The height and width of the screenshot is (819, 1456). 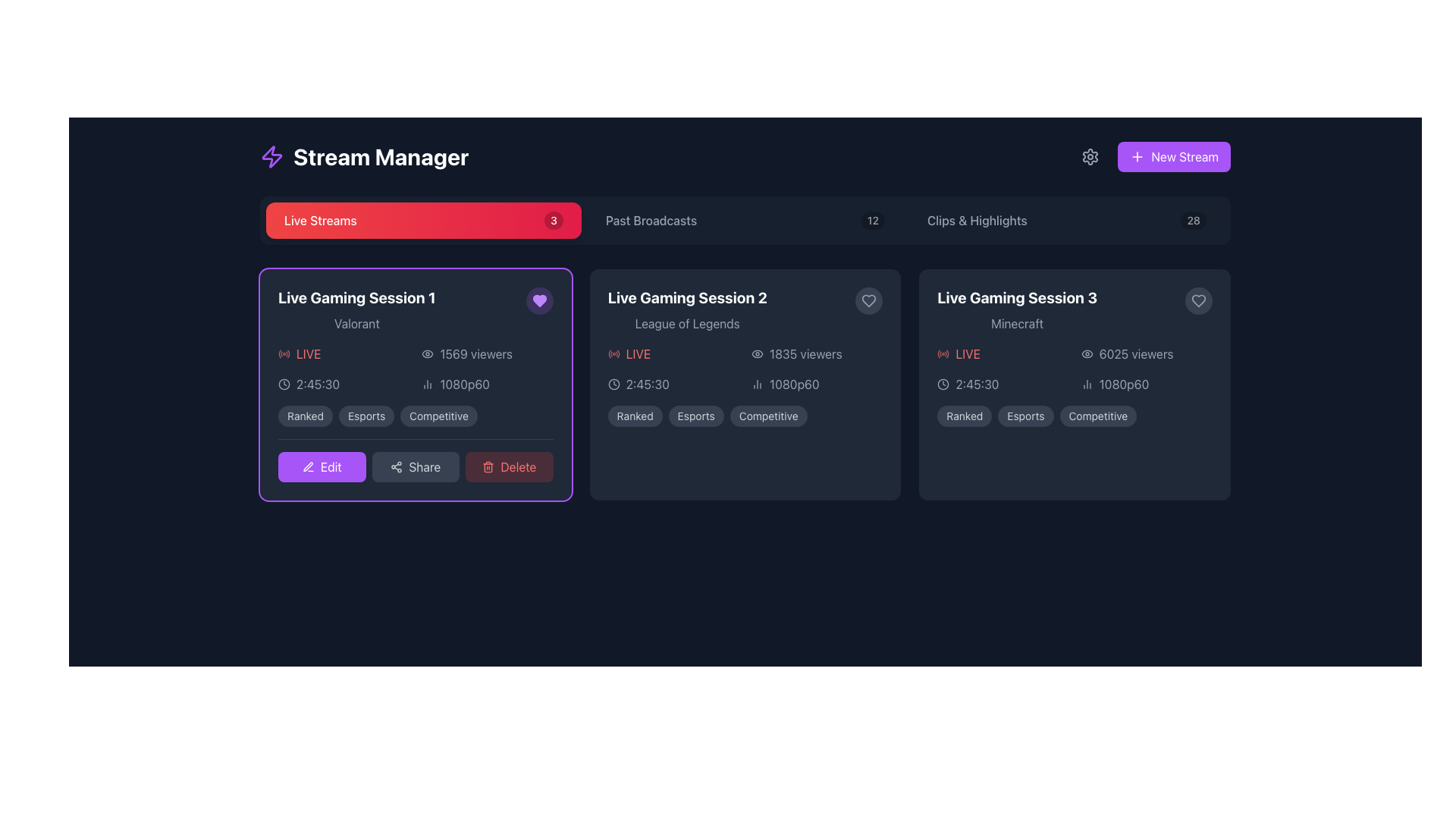 What do you see at coordinates (745, 416) in the screenshot?
I see `the group of static labels or tags styled as pill-shaped buttons located in the bottom section of the card labeled 'Live Gaming Session 2' to read their titles more clearly` at bounding box center [745, 416].